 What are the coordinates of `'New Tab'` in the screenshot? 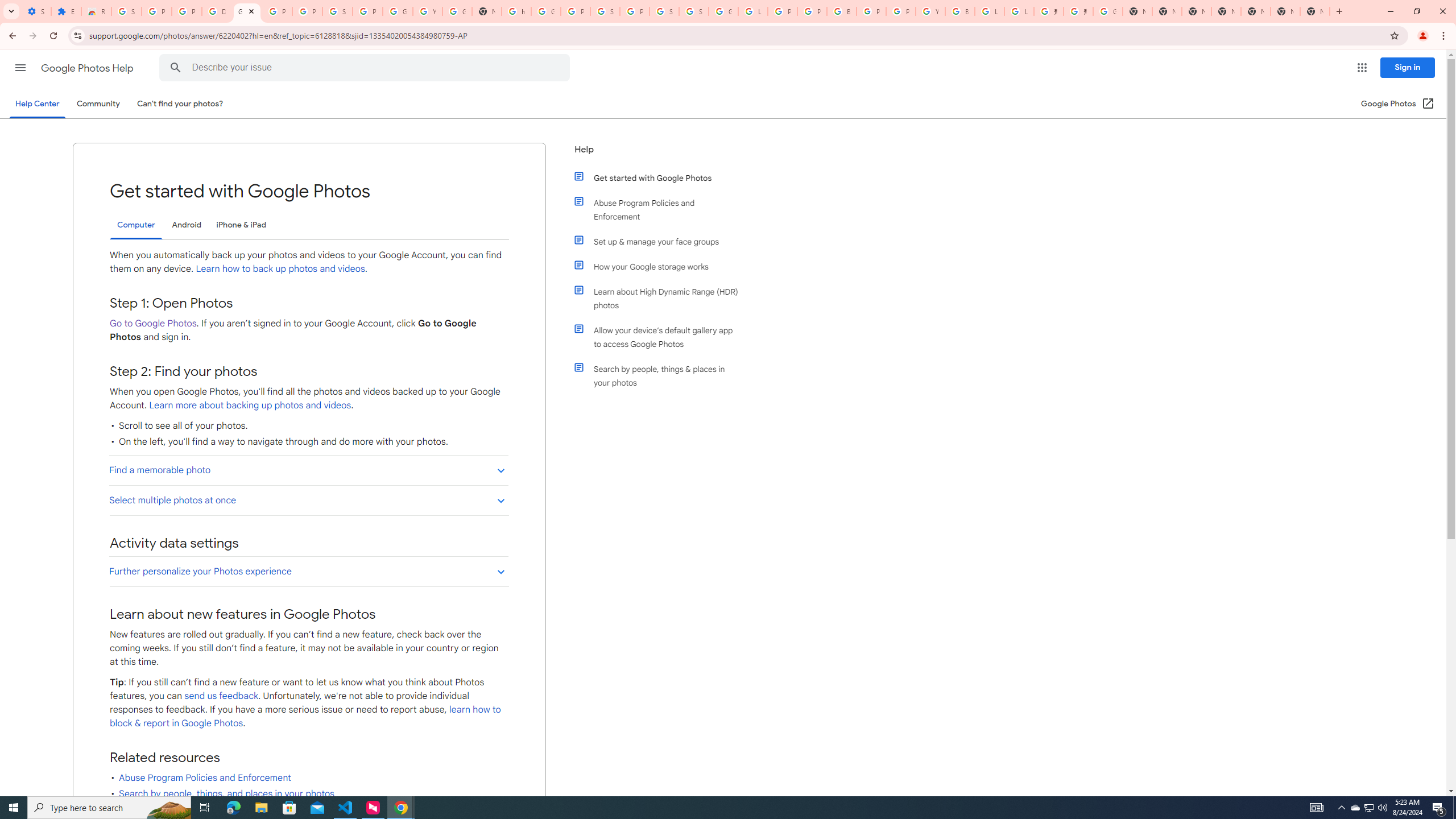 It's located at (1314, 11).